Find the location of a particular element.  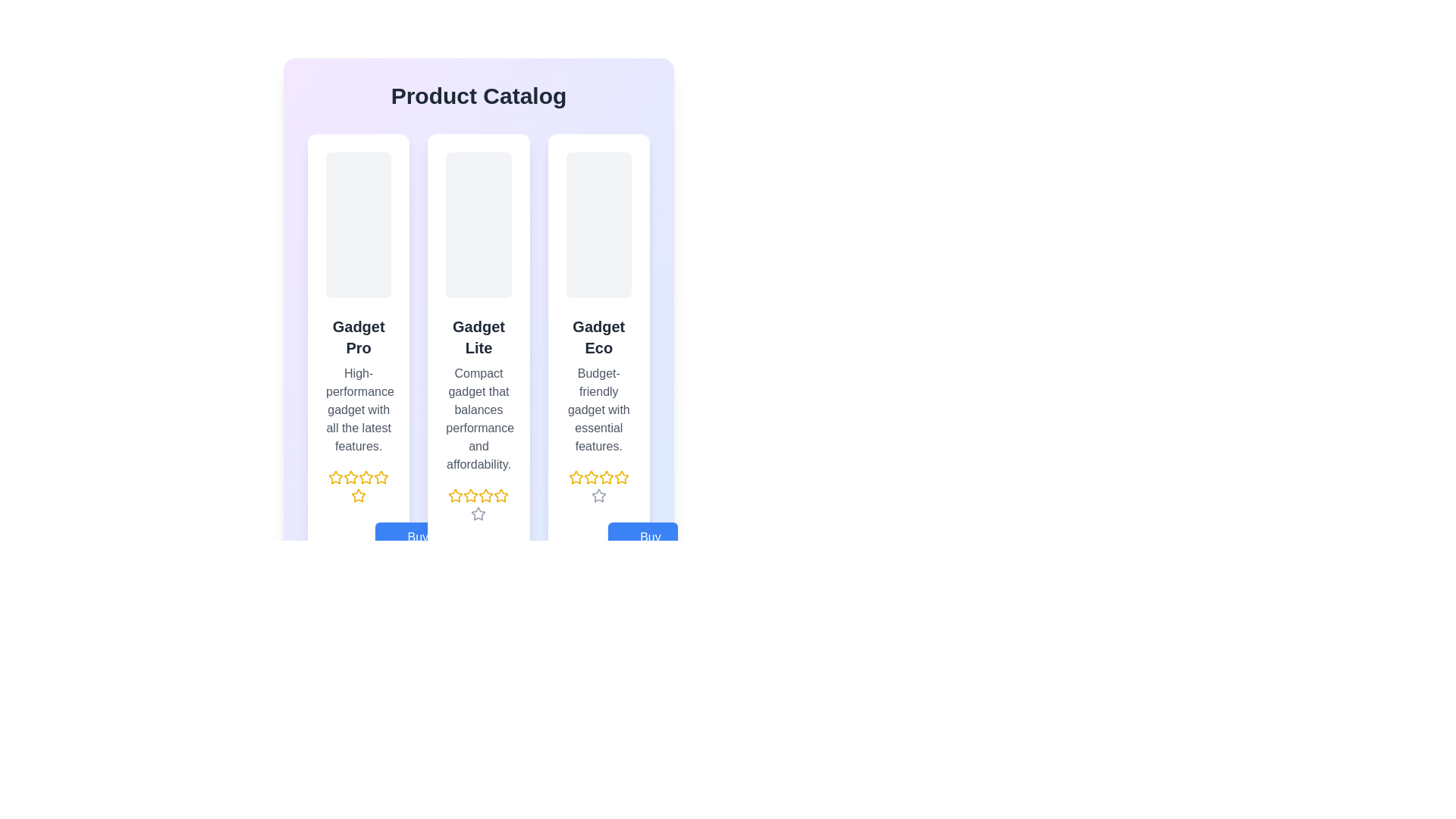

text block labeled 'Gadget Lite' which is prominently displayed in bold dark gray within the central product card, located below the placeholder image and above descriptive text is located at coordinates (478, 336).